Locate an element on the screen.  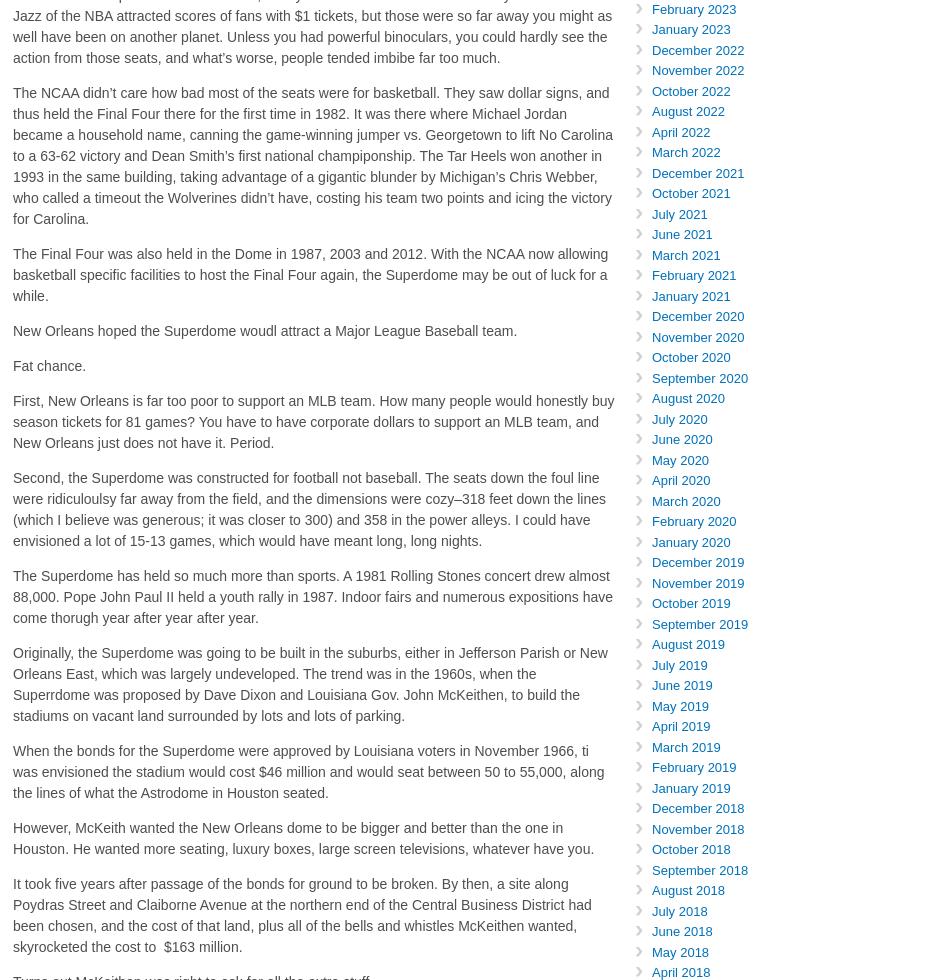
'When the bonds for the Superdome were approved by Louisiana voters in November 1966, ti was envisioned the stadium would cost $46 million and would seat between 50 to 55,000, along the lines of what the Astrodome in Houston seated.' is located at coordinates (12, 770).